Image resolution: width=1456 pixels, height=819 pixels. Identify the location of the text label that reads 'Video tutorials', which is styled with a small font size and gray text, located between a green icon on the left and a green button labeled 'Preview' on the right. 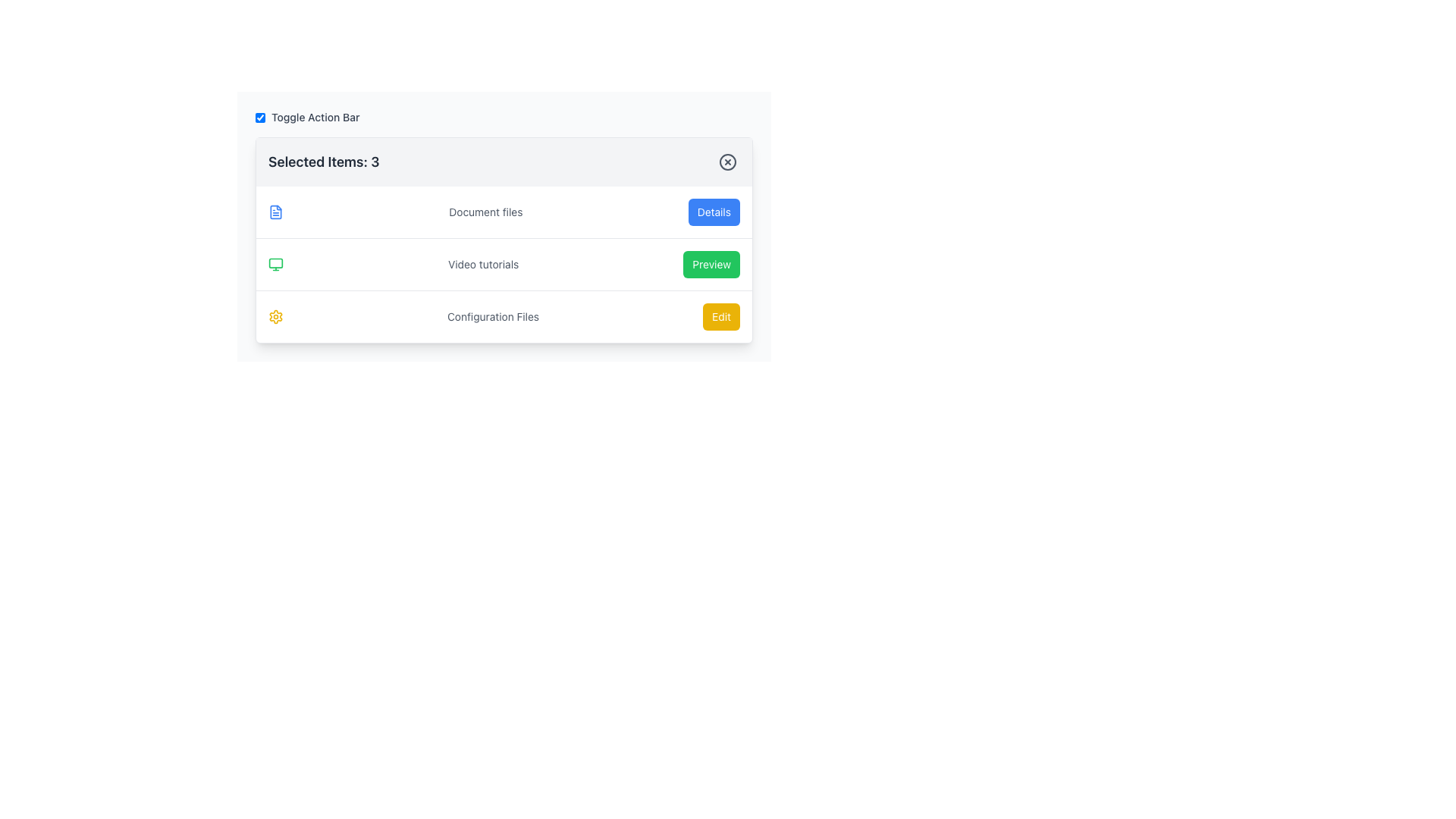
(482, 263).